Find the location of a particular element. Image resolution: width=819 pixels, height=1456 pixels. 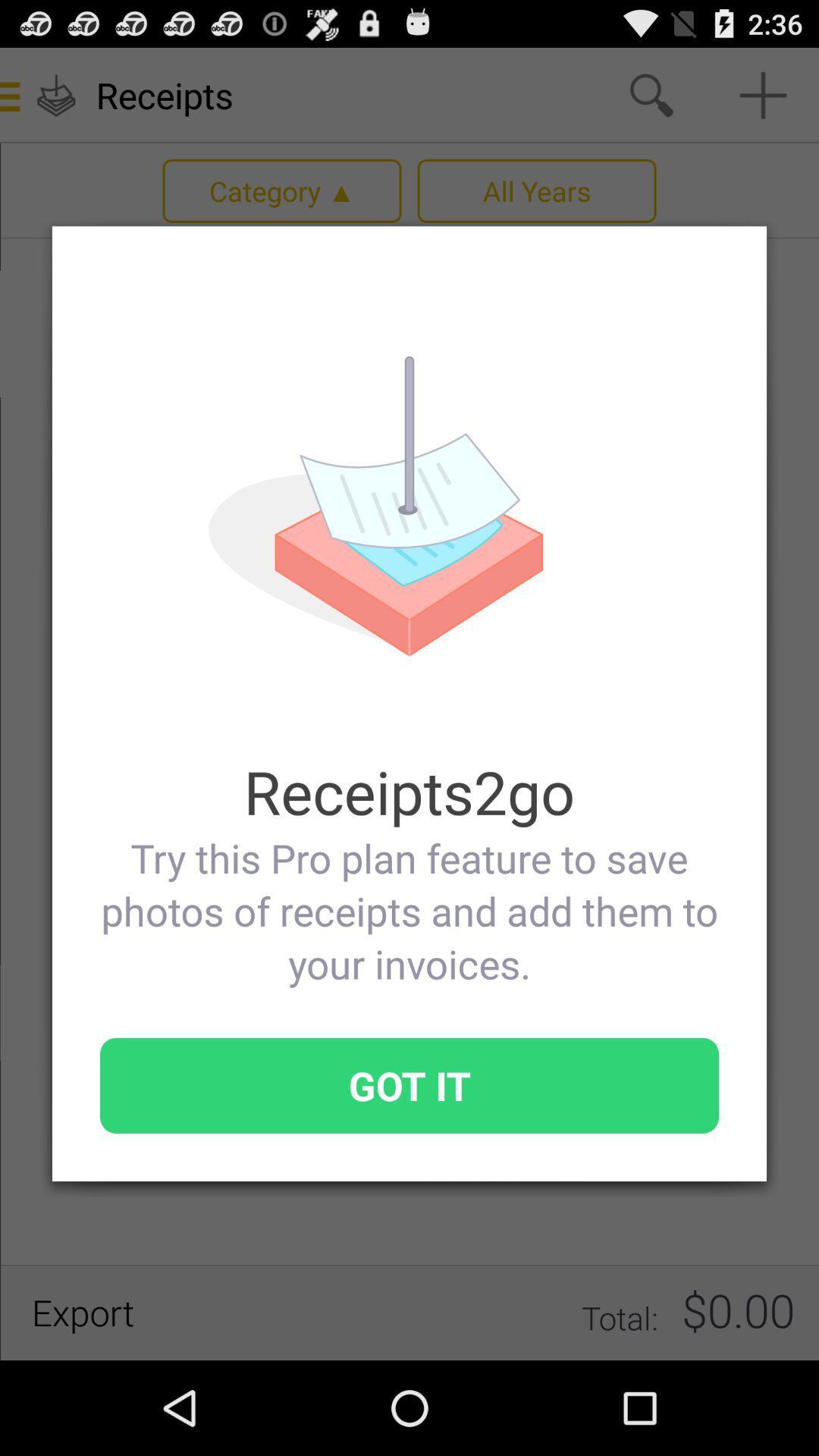

the got it item is located at coordinates (409, 1084).